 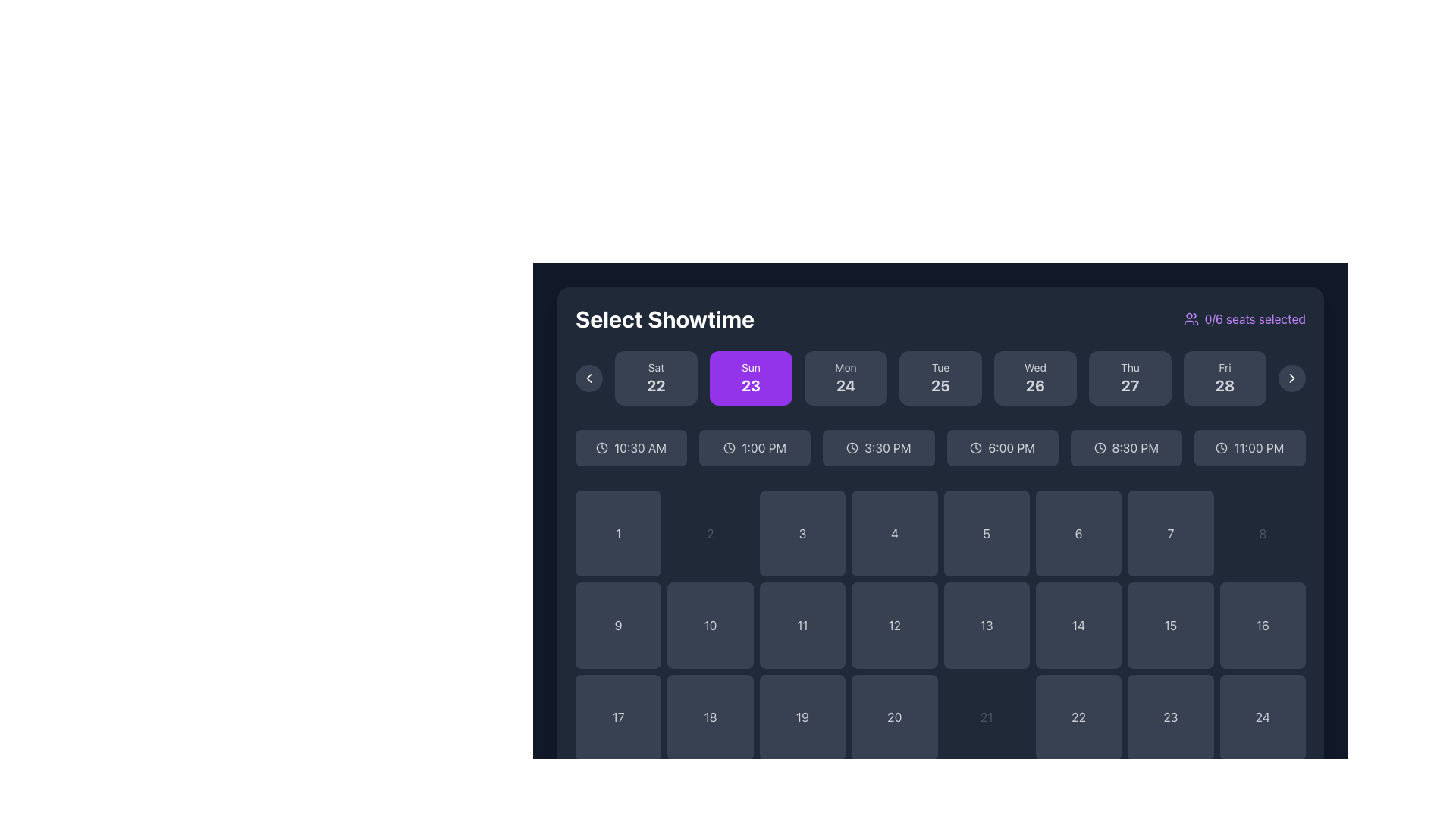 I want to click on the selectable time slot button labeled '6:00 PM', so click(x=1003, y=447).